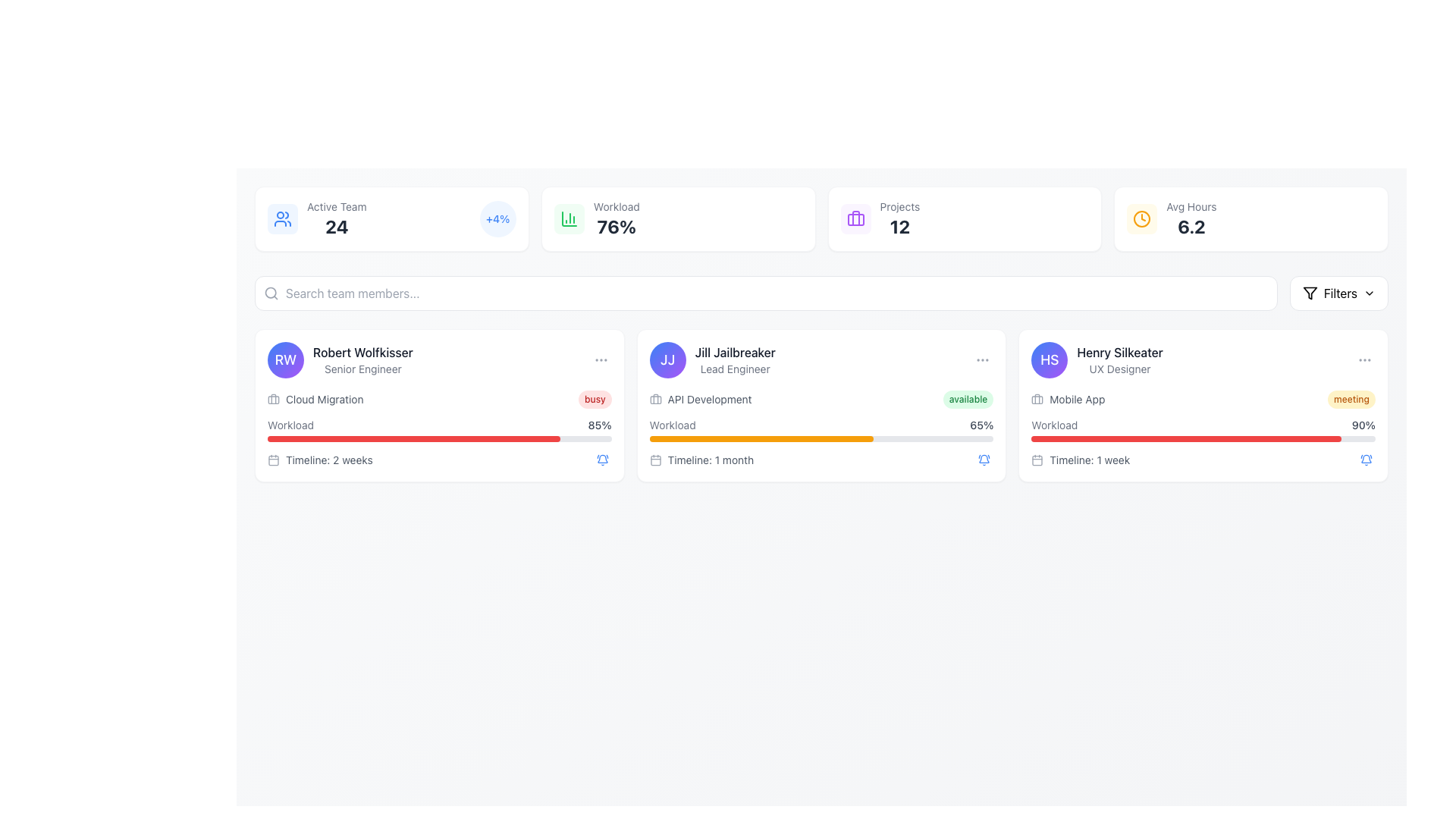  What do you see at coordinates (1120, 359) in the screenshot?
I see `the text block providing information about Henry Silkeater, located at the top-right corner of his profile card, to interact with the profile` at bounding box center [1120, 359].